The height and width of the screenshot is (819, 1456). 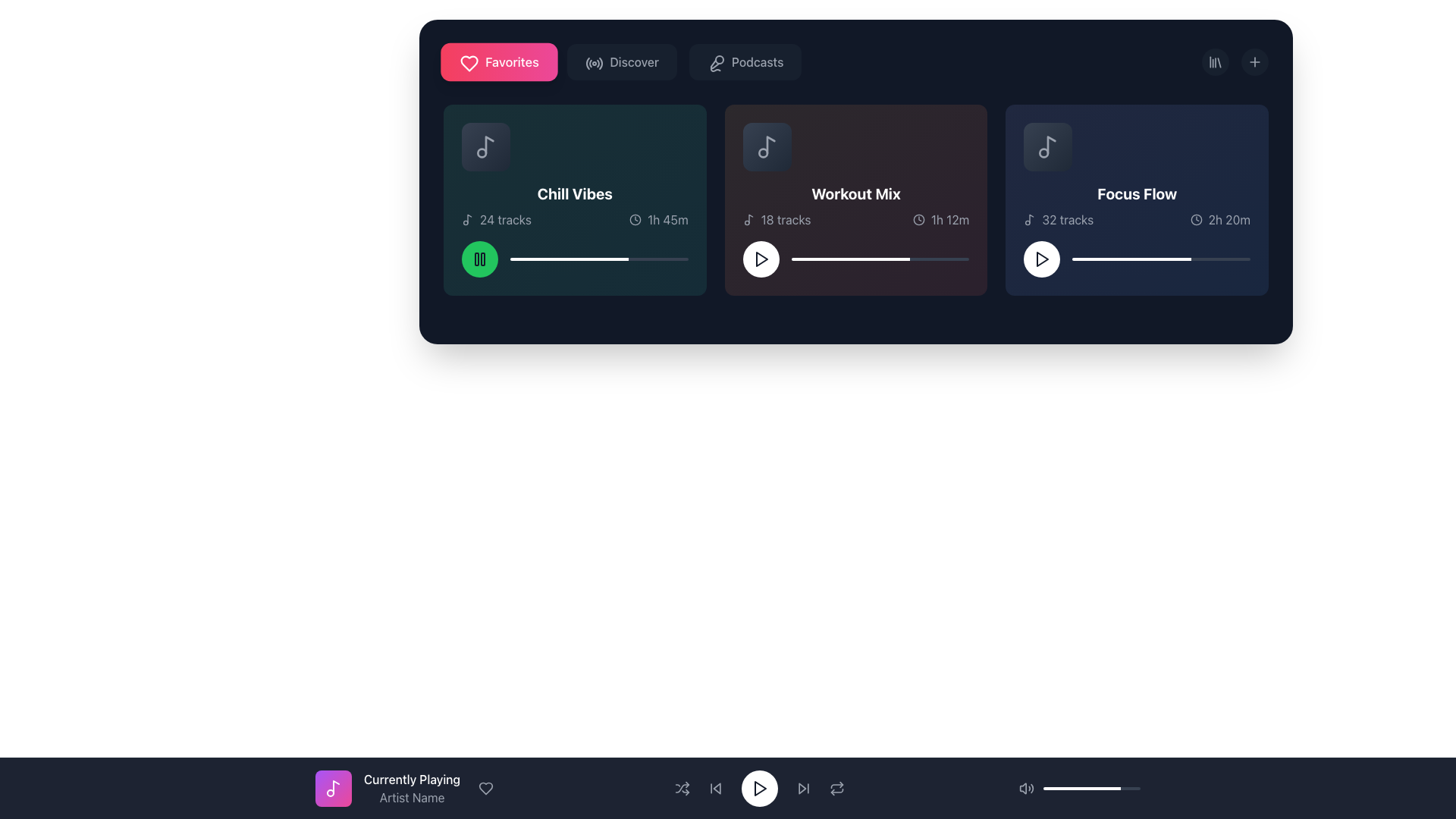 I want to click on the play button located at the lower center of the interface to initiate playback of the currently selected media, so click(x=759, y=788).